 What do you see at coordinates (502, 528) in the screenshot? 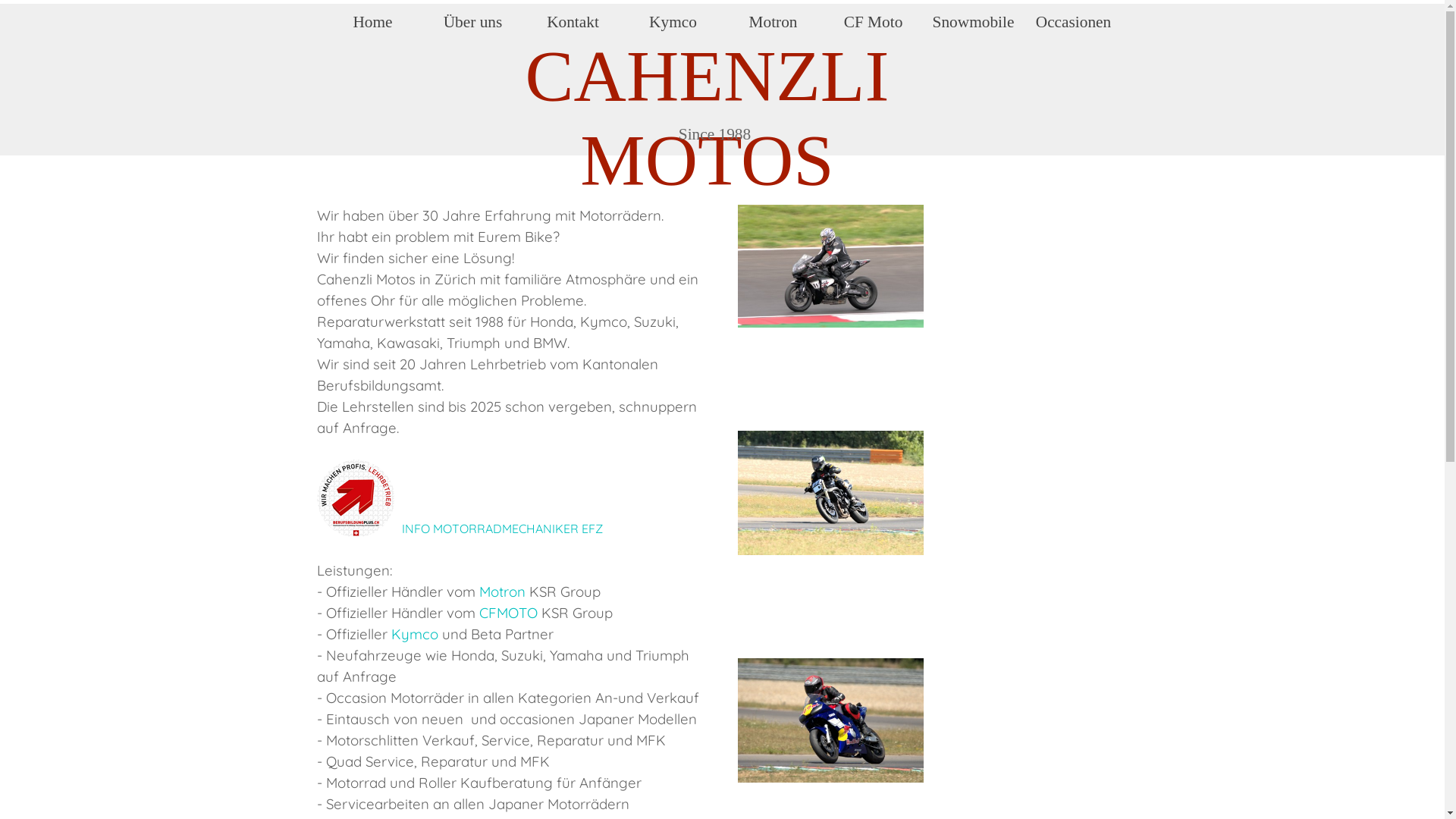
I see `'INFO MOTORRADMECHANIKER EFZ'` at bounding box center [502, 528].